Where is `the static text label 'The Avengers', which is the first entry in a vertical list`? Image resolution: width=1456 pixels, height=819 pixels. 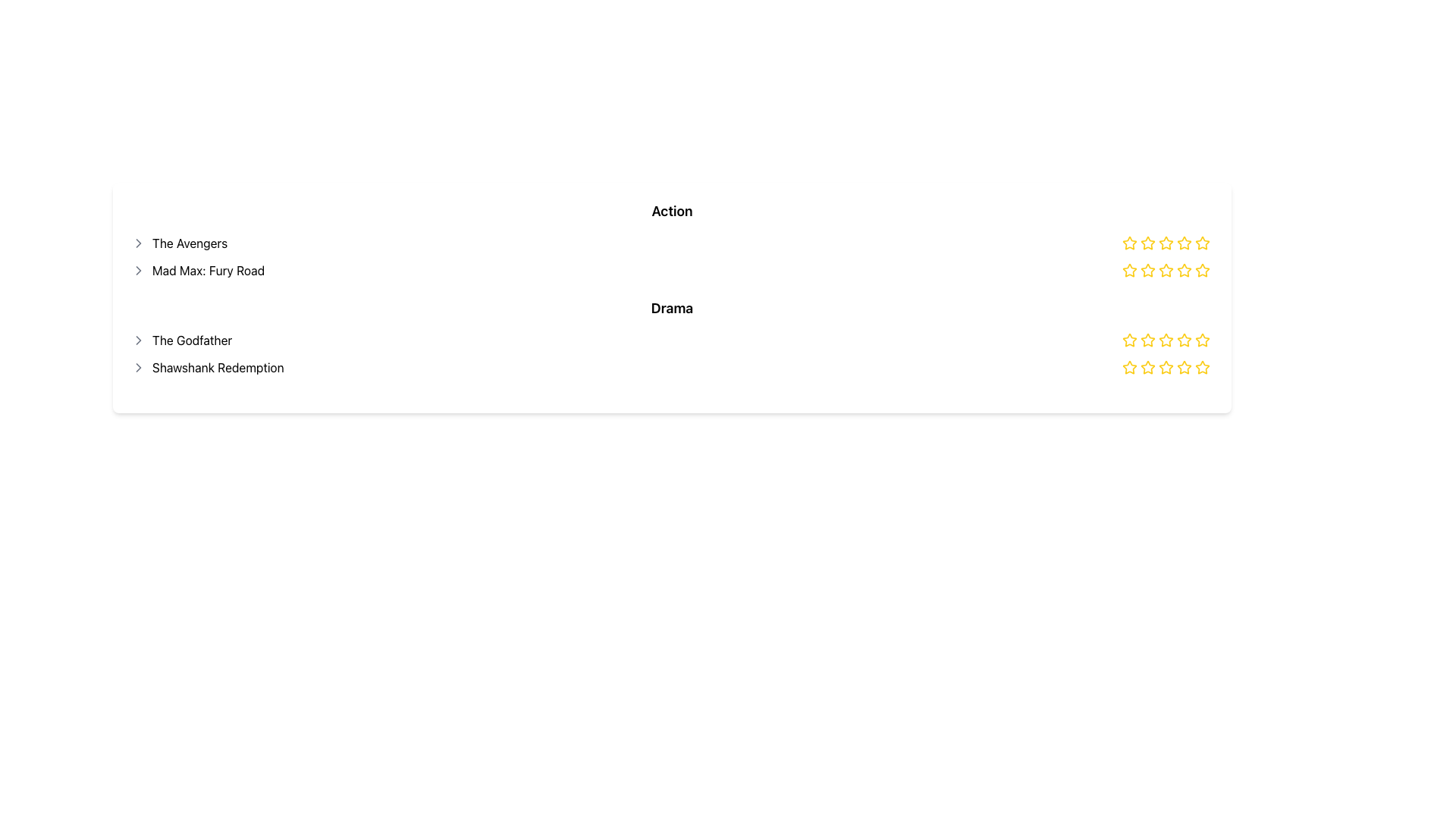
the static text label 'The Avengers', which is the first entry in a vertical list is located at coordinates (189, 242).